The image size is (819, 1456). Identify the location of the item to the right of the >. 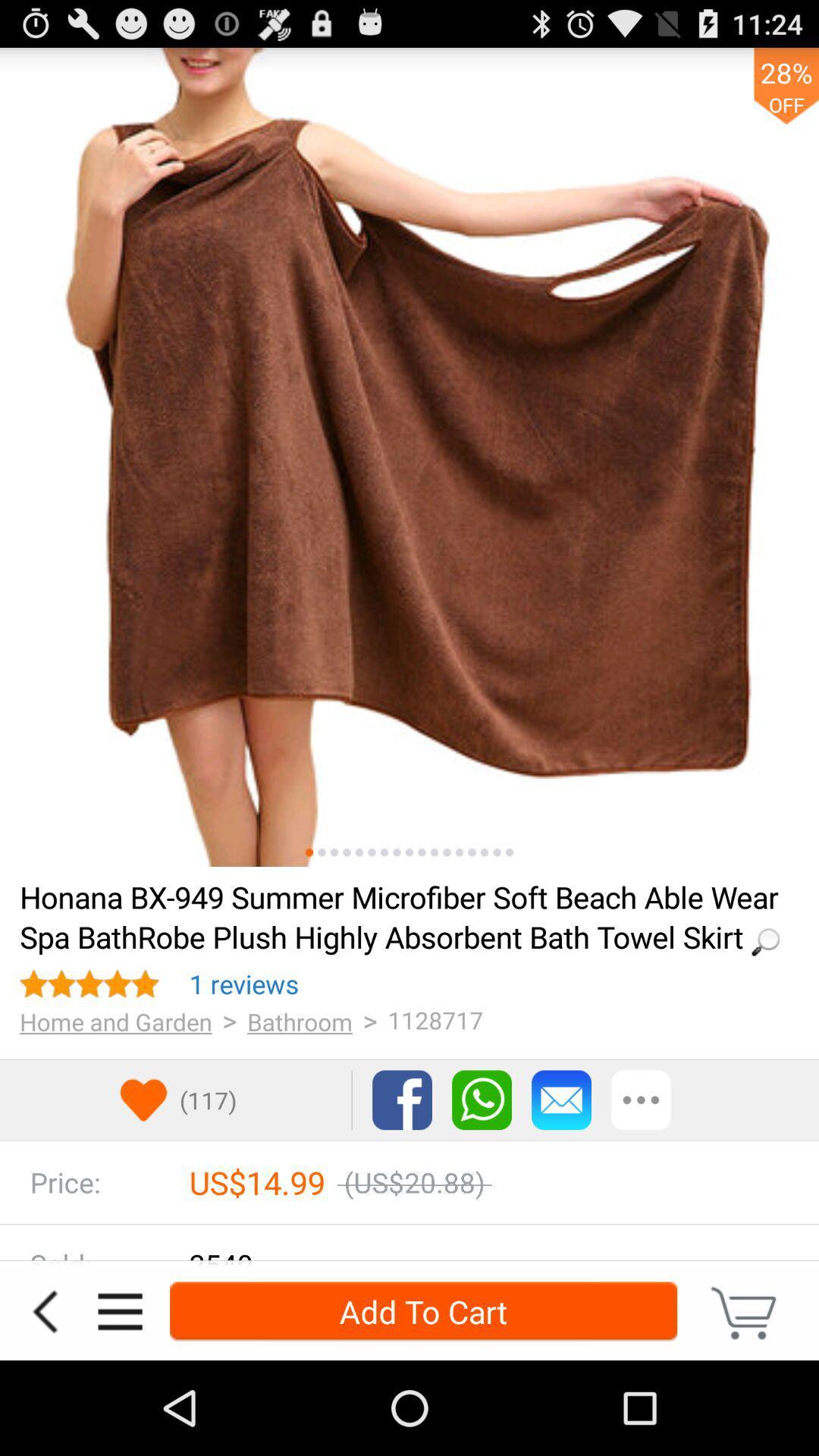
(300, 1021).